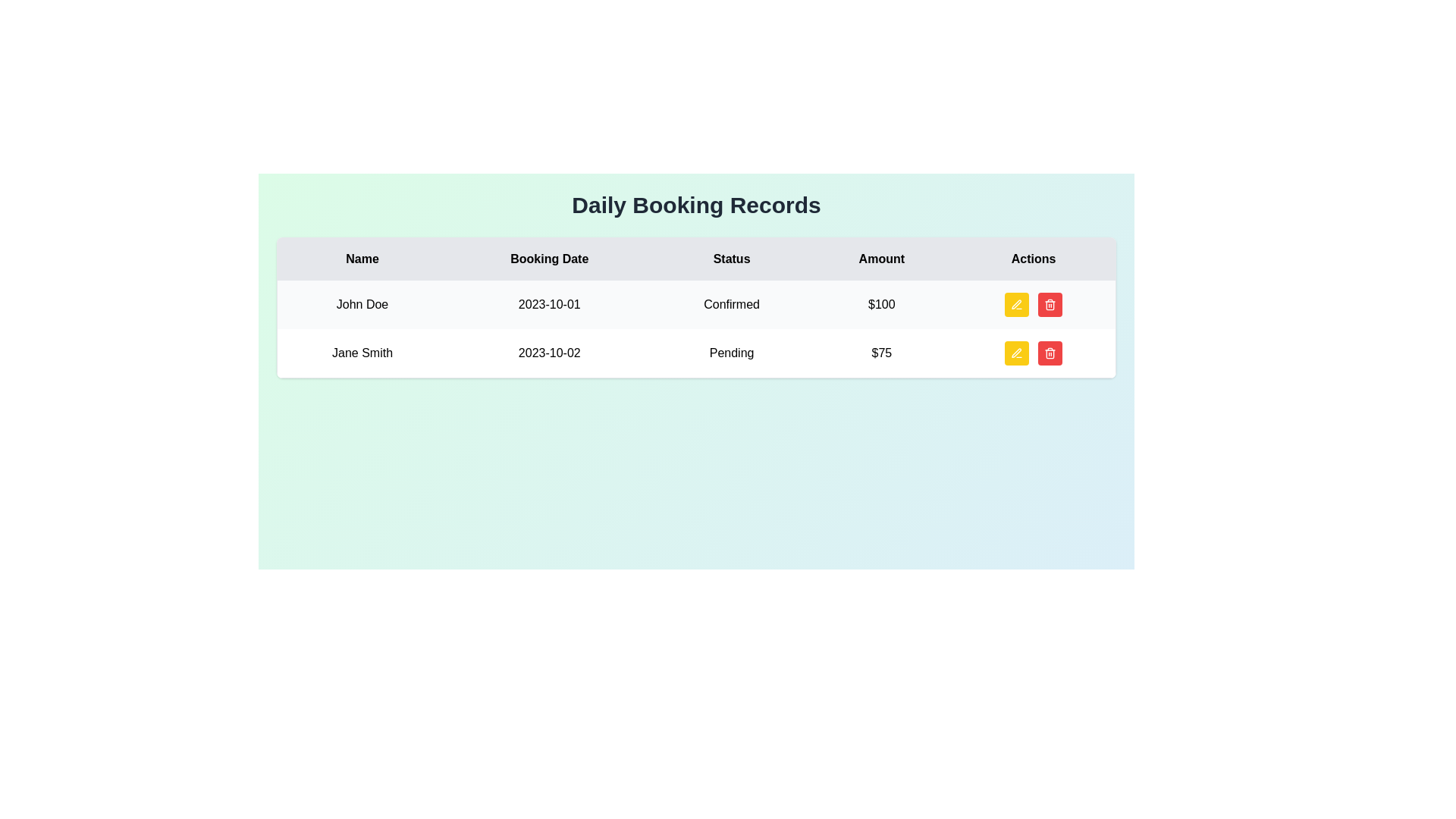  I want to click on the delete button located in the second row of the table under the 'Actions' column, positioned to the right of the yellow button, so click(1050, 304).